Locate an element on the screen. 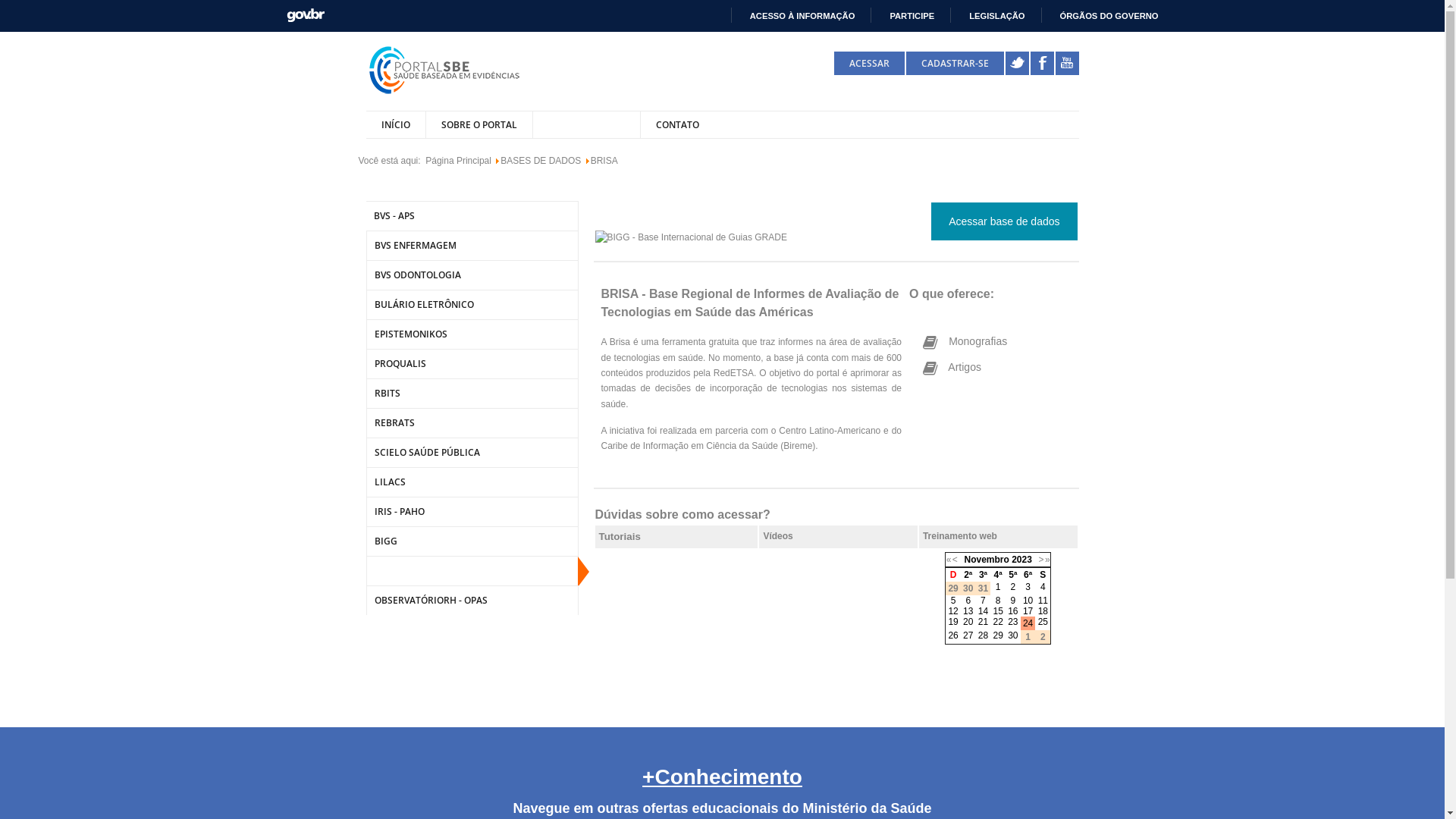  'Novembro' is located at coordinates (986, 559).